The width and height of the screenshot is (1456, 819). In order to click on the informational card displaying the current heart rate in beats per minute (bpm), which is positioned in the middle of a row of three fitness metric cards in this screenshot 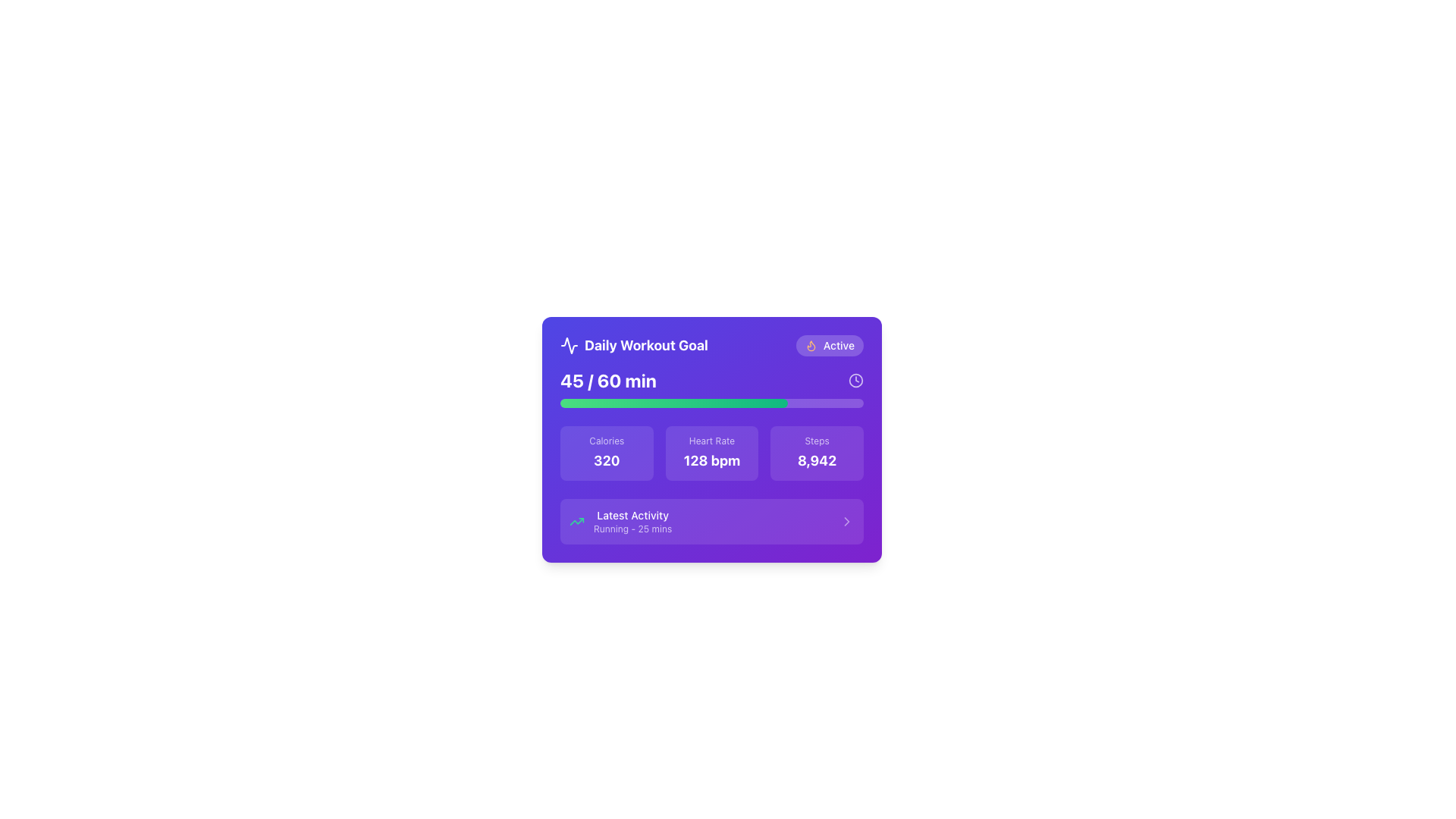, I will do `click(711, 452)`.